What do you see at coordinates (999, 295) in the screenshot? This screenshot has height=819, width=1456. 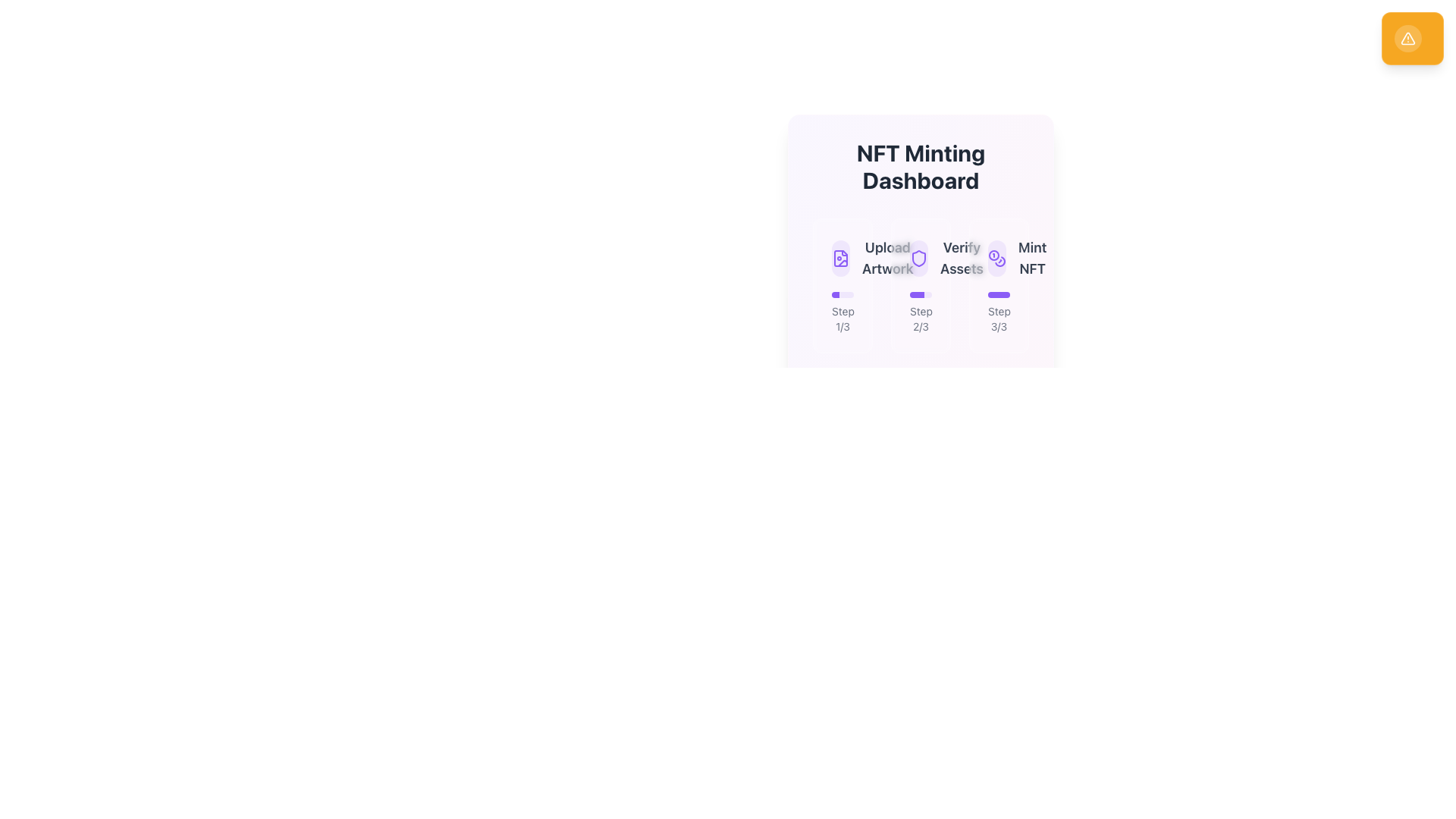 I see `the filled section of the progress bar indicating completion for 'Step 3/3 Mint NFT' in the NFT Minting Dashboard` at bounding box center [999, 295].